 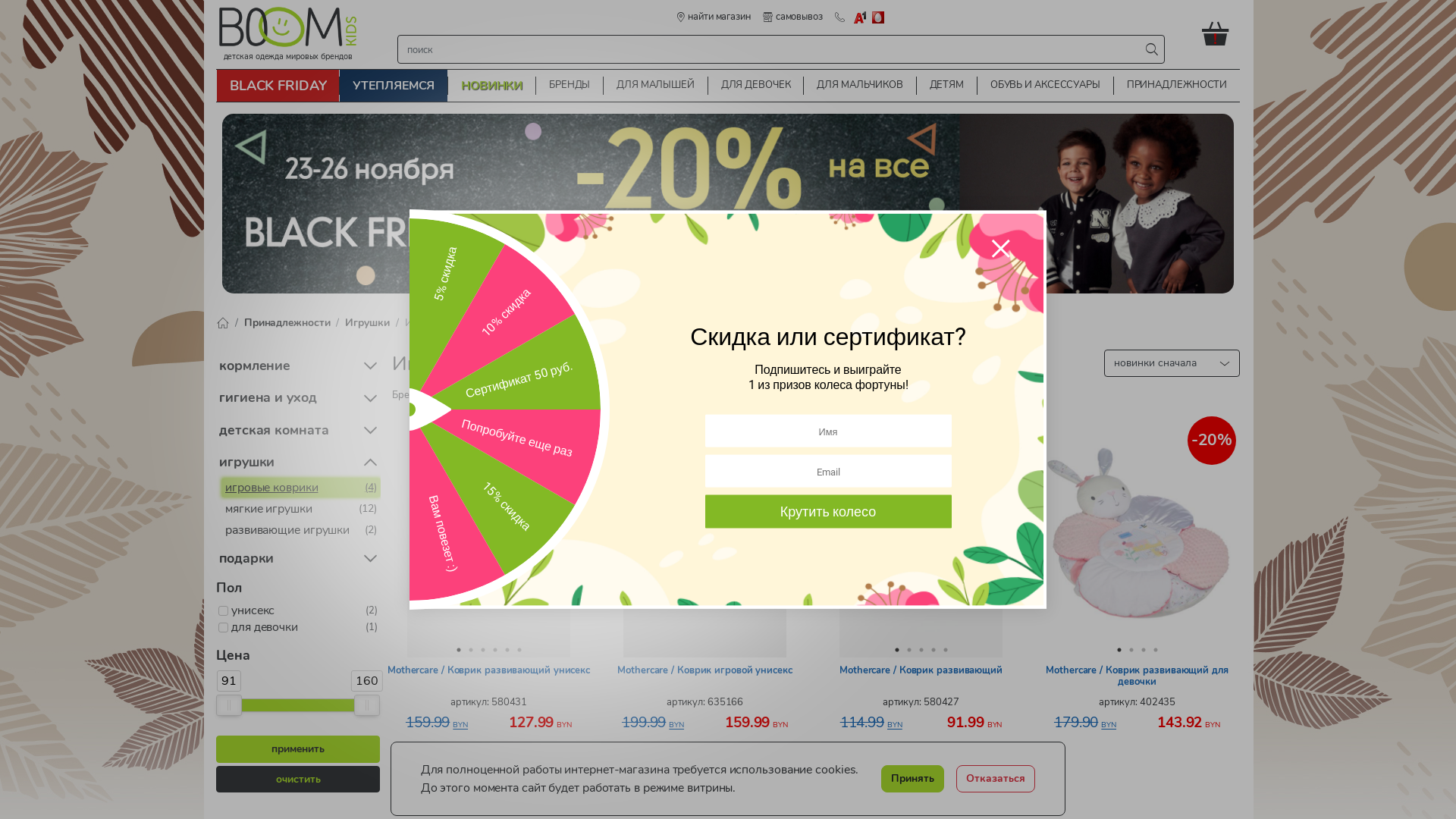 What do you see at coordinates (931, 648) in the screenshot?
I see `'4'` at bounding box center [931, 648].